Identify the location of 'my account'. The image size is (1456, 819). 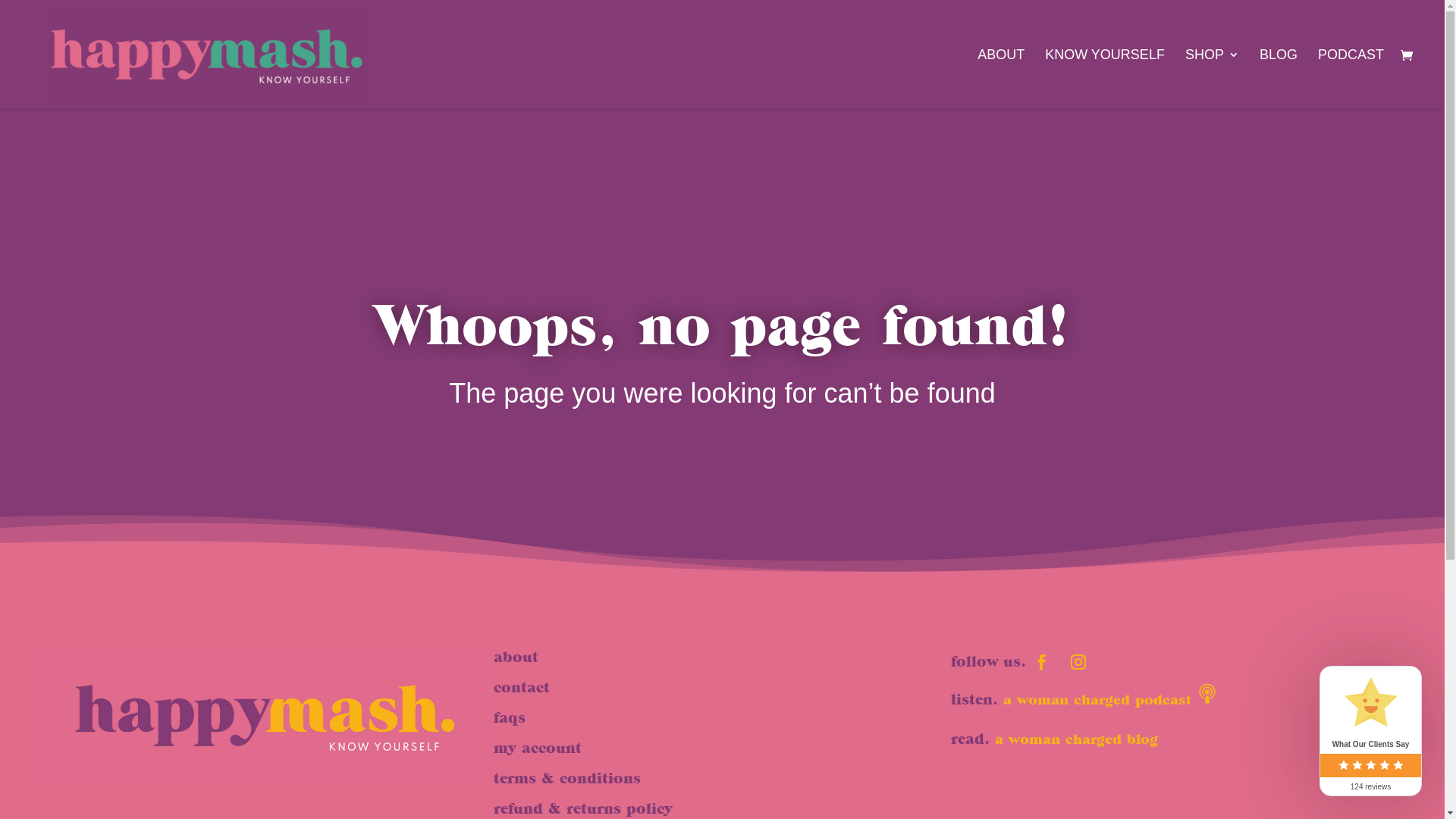
(538, 747).